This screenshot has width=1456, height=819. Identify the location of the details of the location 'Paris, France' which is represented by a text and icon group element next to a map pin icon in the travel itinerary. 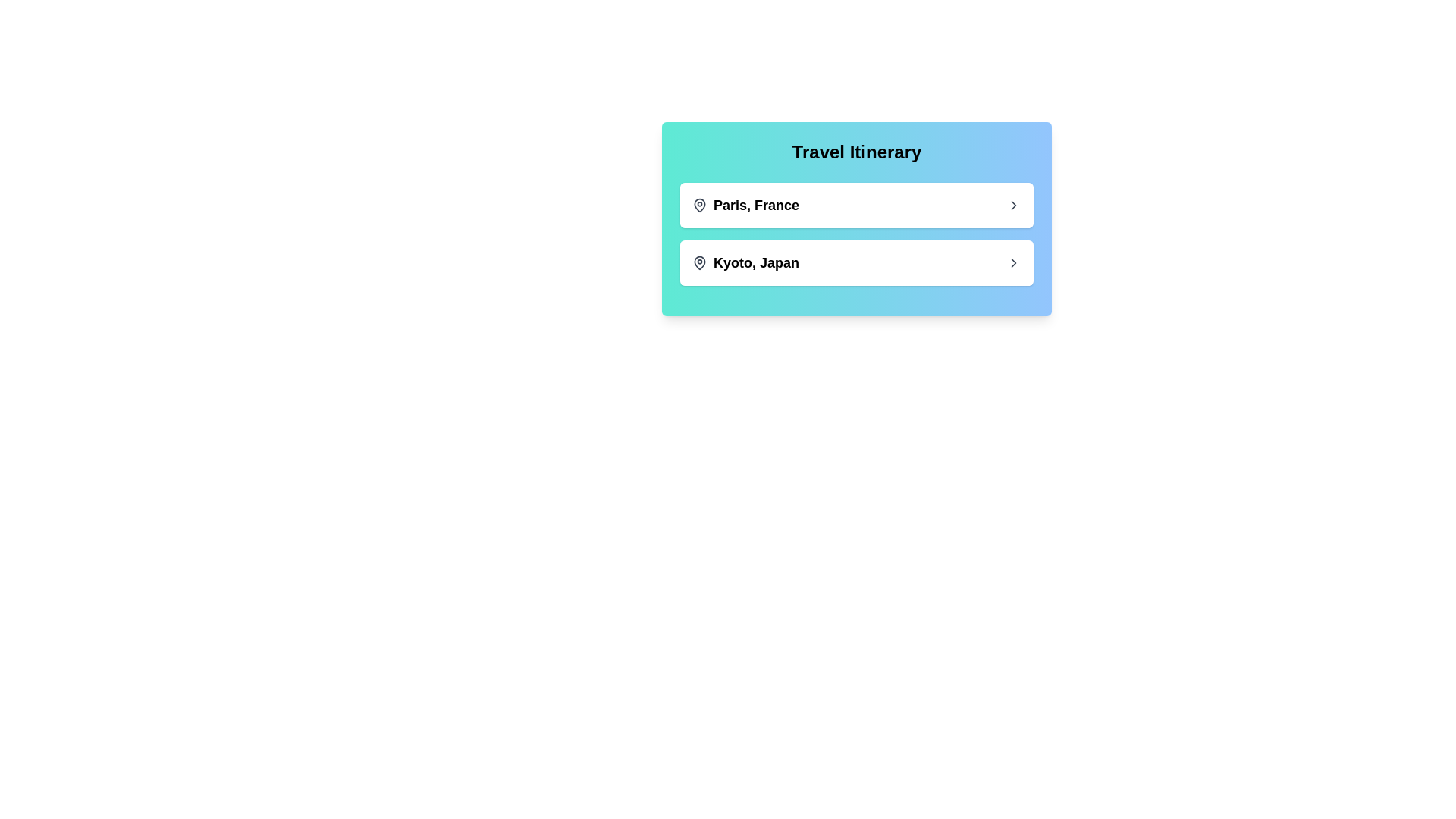
(745, 205).